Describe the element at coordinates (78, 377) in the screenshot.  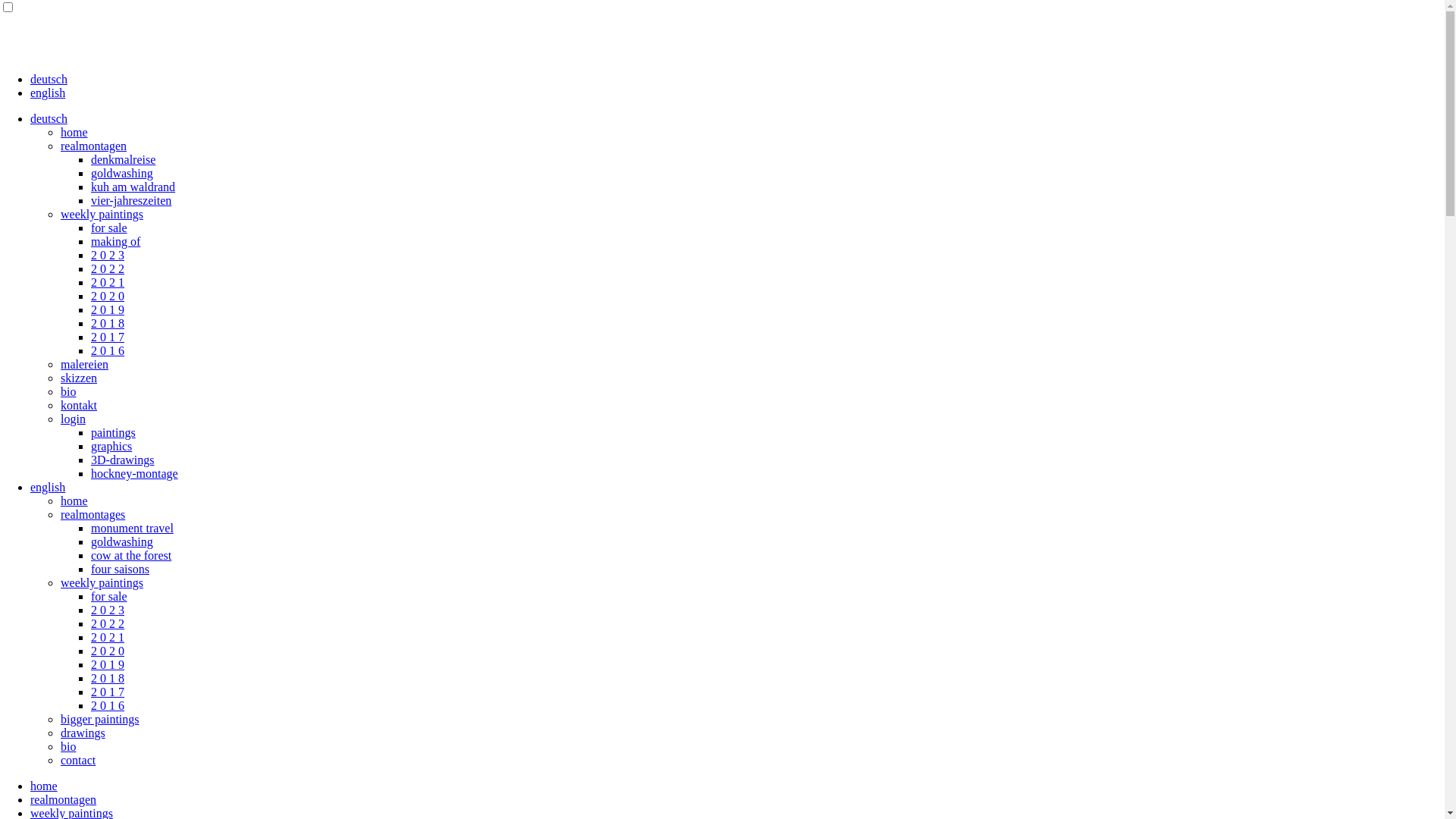
I see `'skizzen'` at that location.